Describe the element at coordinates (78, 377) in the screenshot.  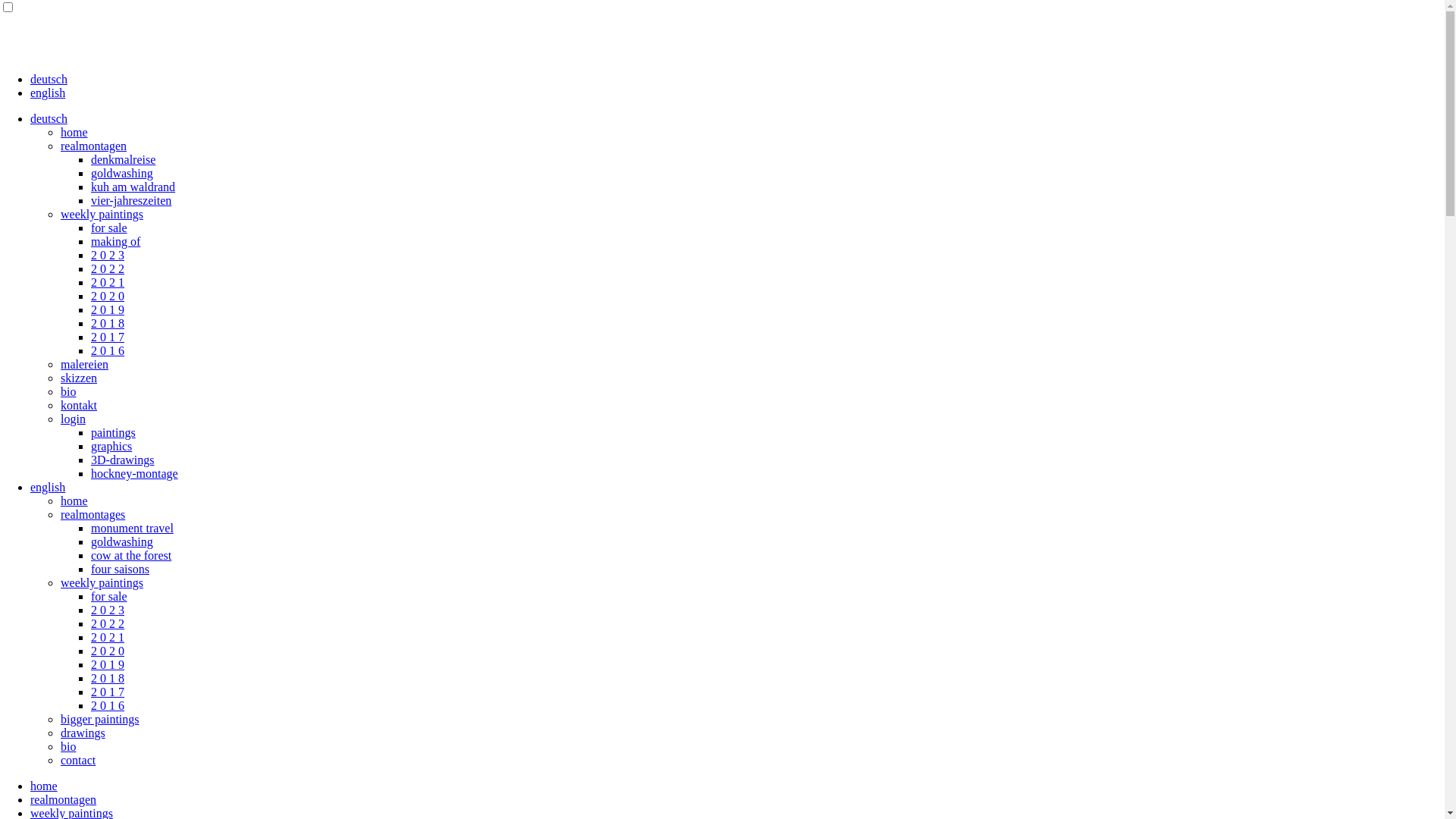
I see `'skizzen'` at that location.